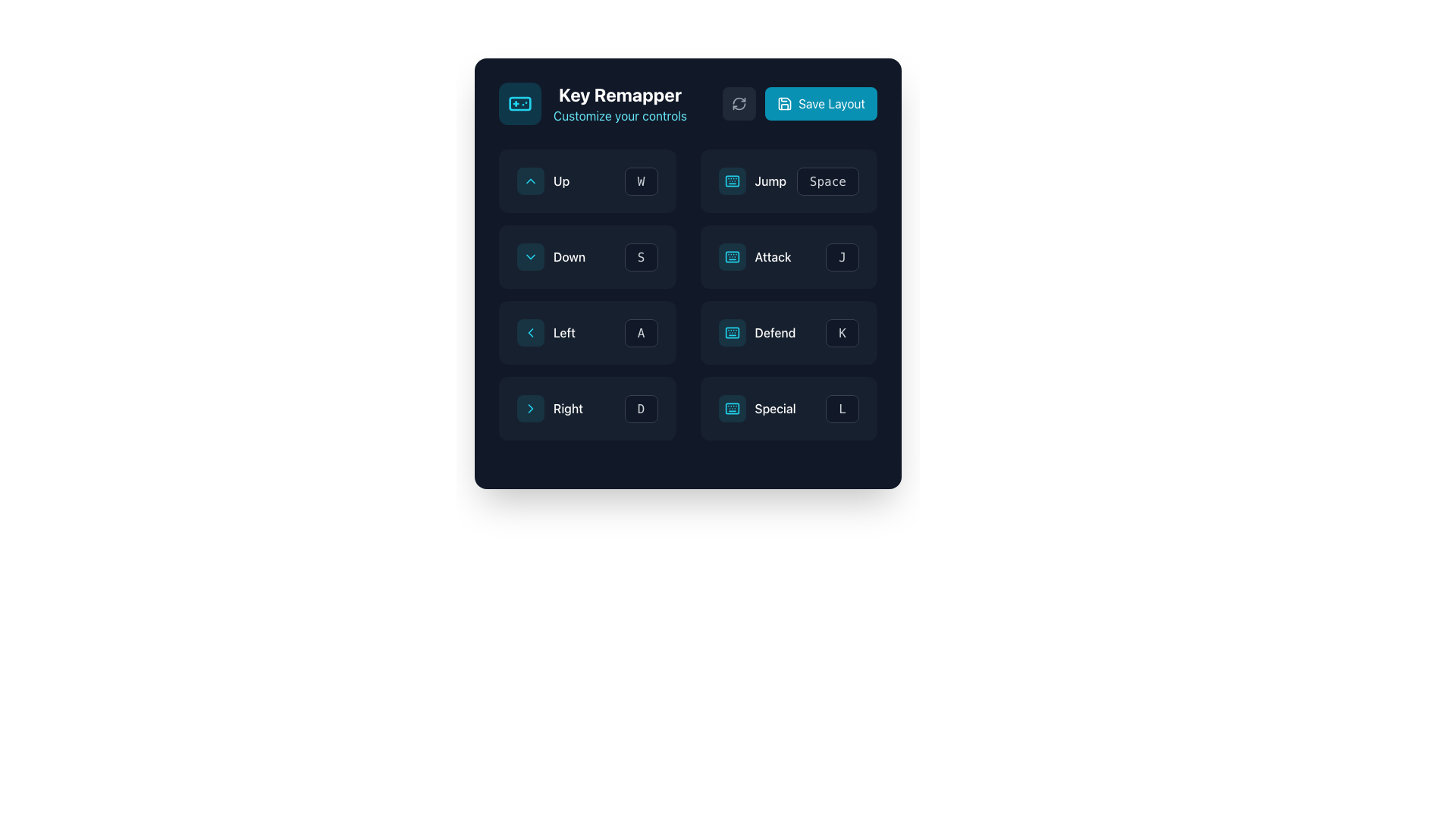  What do you see at coordinates (560, 180) in the screenshot?
I see `the 'Up' label in the key remapping configuration interface, which is located to the right of the upward arrow icon` at bounding box center [560, 180].